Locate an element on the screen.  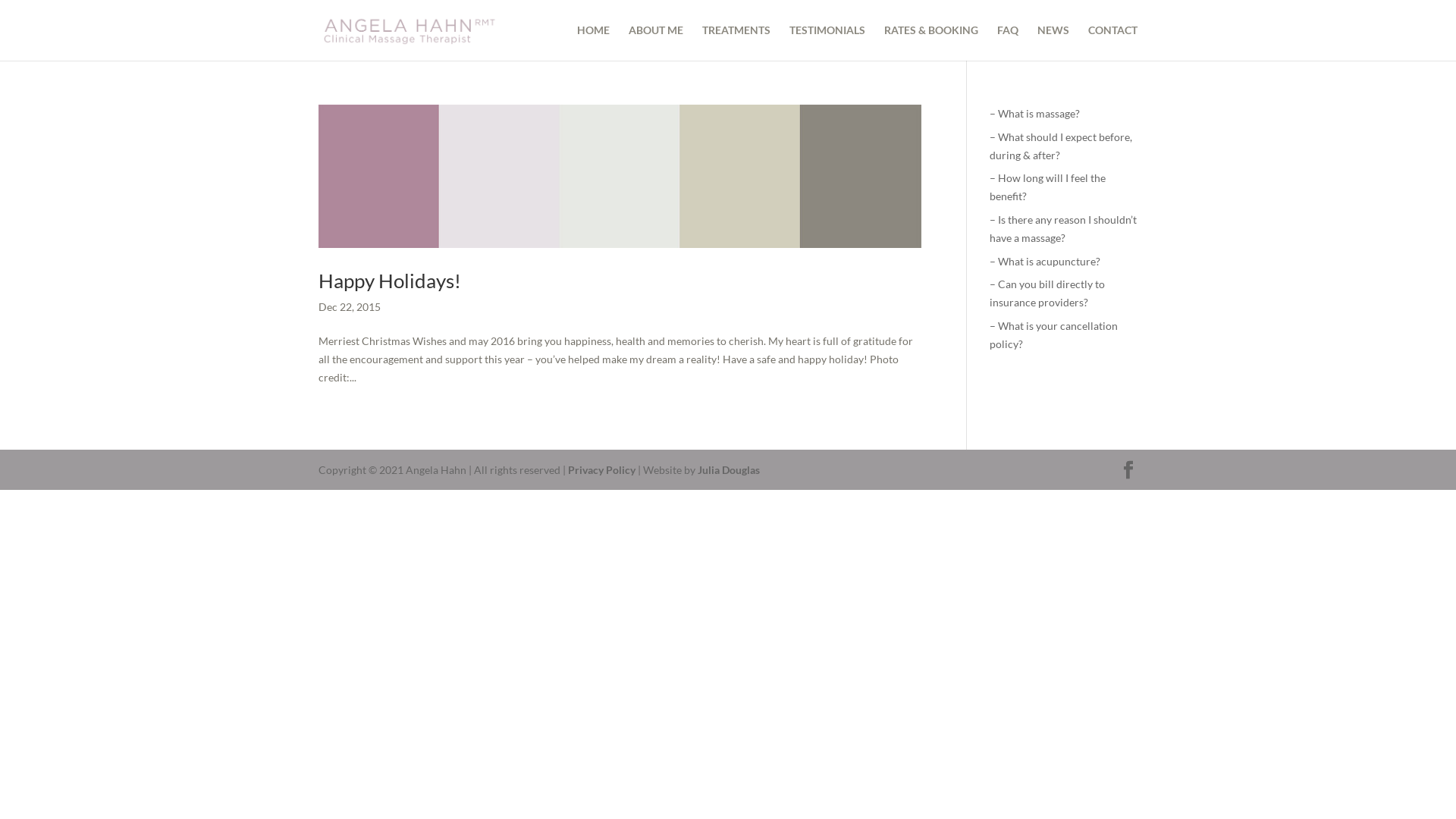
'RATES & BOOKING' is located at coordinates (930, 42).